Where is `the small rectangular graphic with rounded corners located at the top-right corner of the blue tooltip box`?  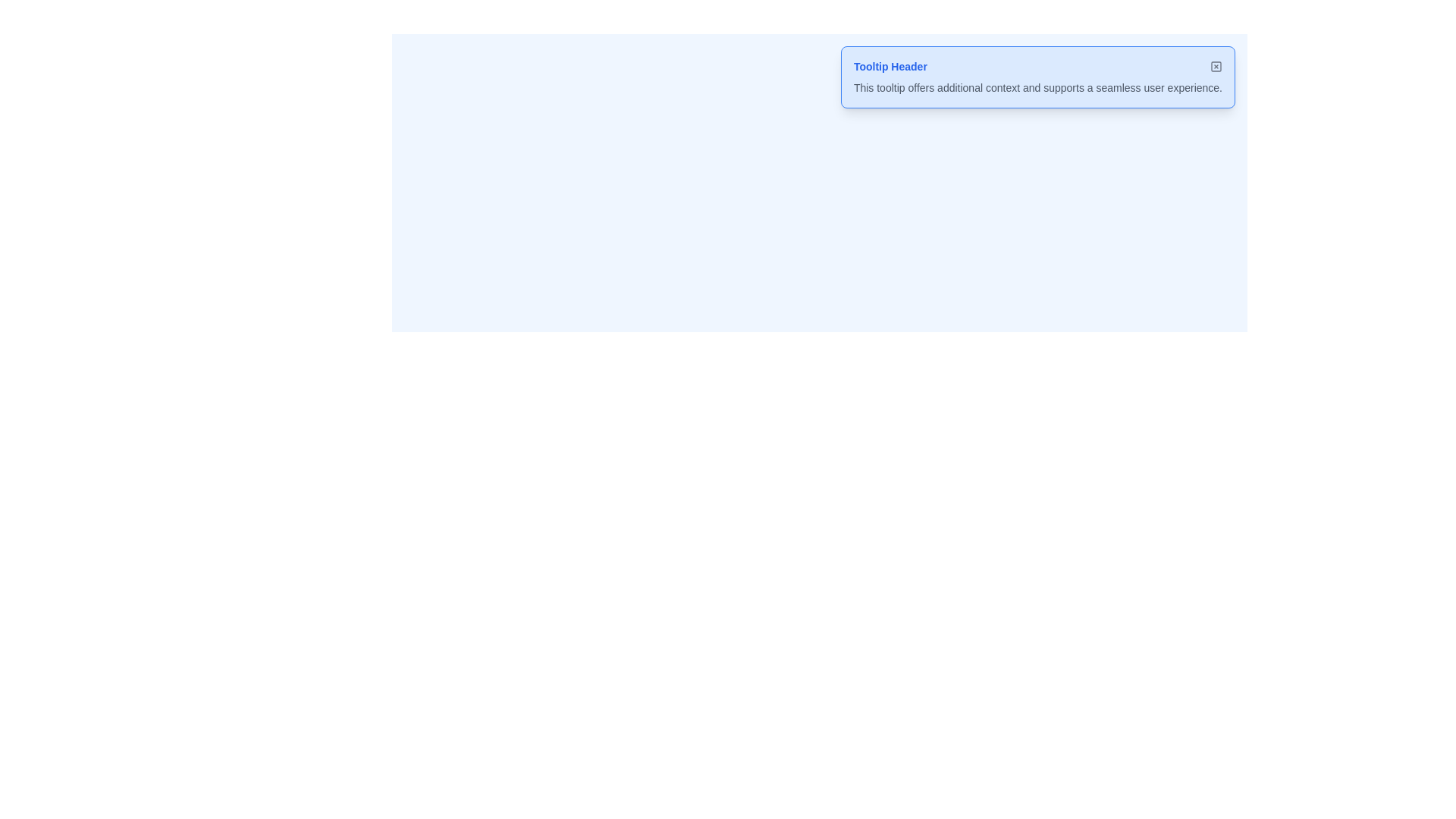
the small rectangular graphic with rounded corners located at the top-right corner of the blue tooltip box is located at coordinates (1216, 66).